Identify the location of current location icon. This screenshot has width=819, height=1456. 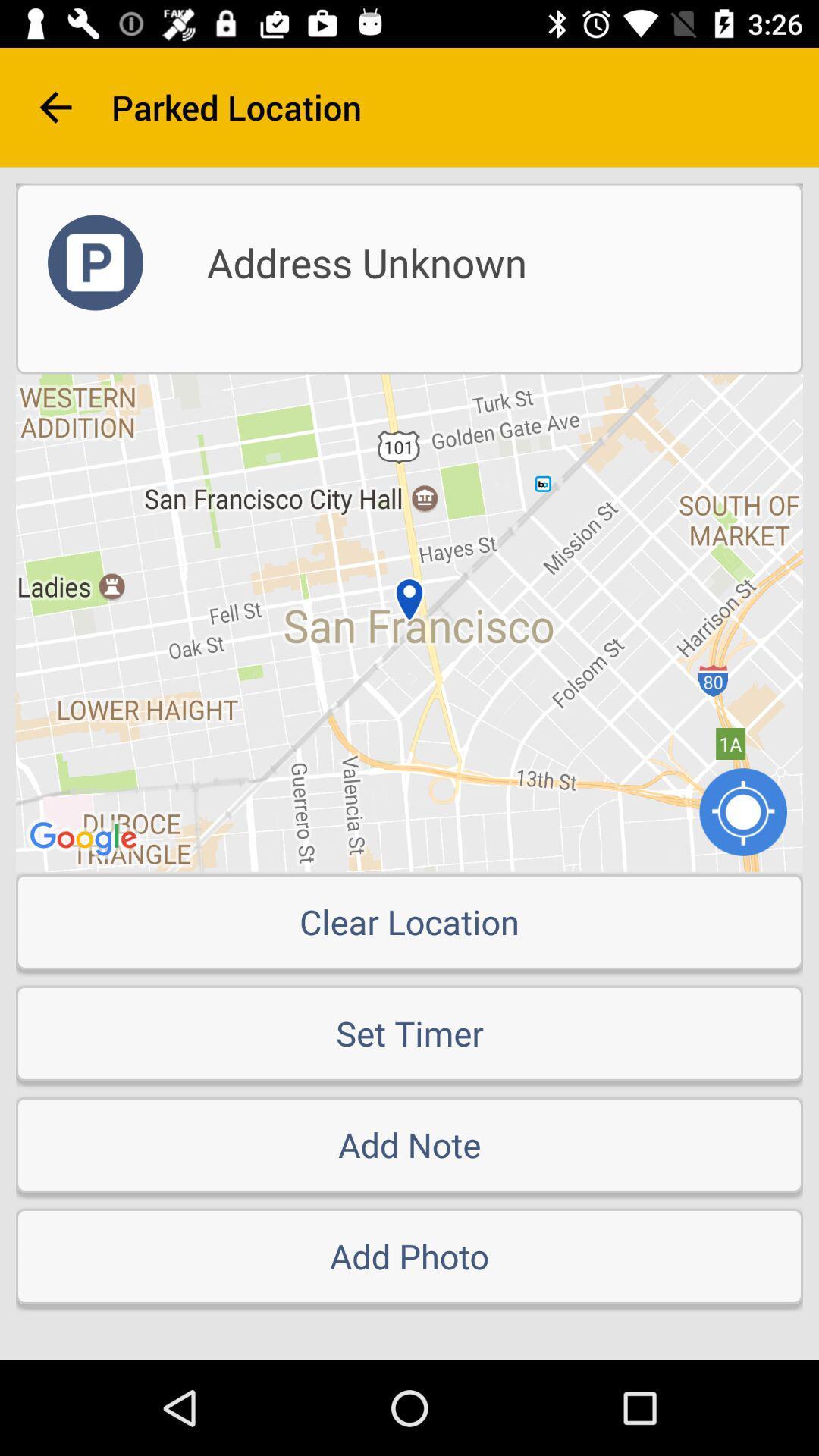
(742, 811).